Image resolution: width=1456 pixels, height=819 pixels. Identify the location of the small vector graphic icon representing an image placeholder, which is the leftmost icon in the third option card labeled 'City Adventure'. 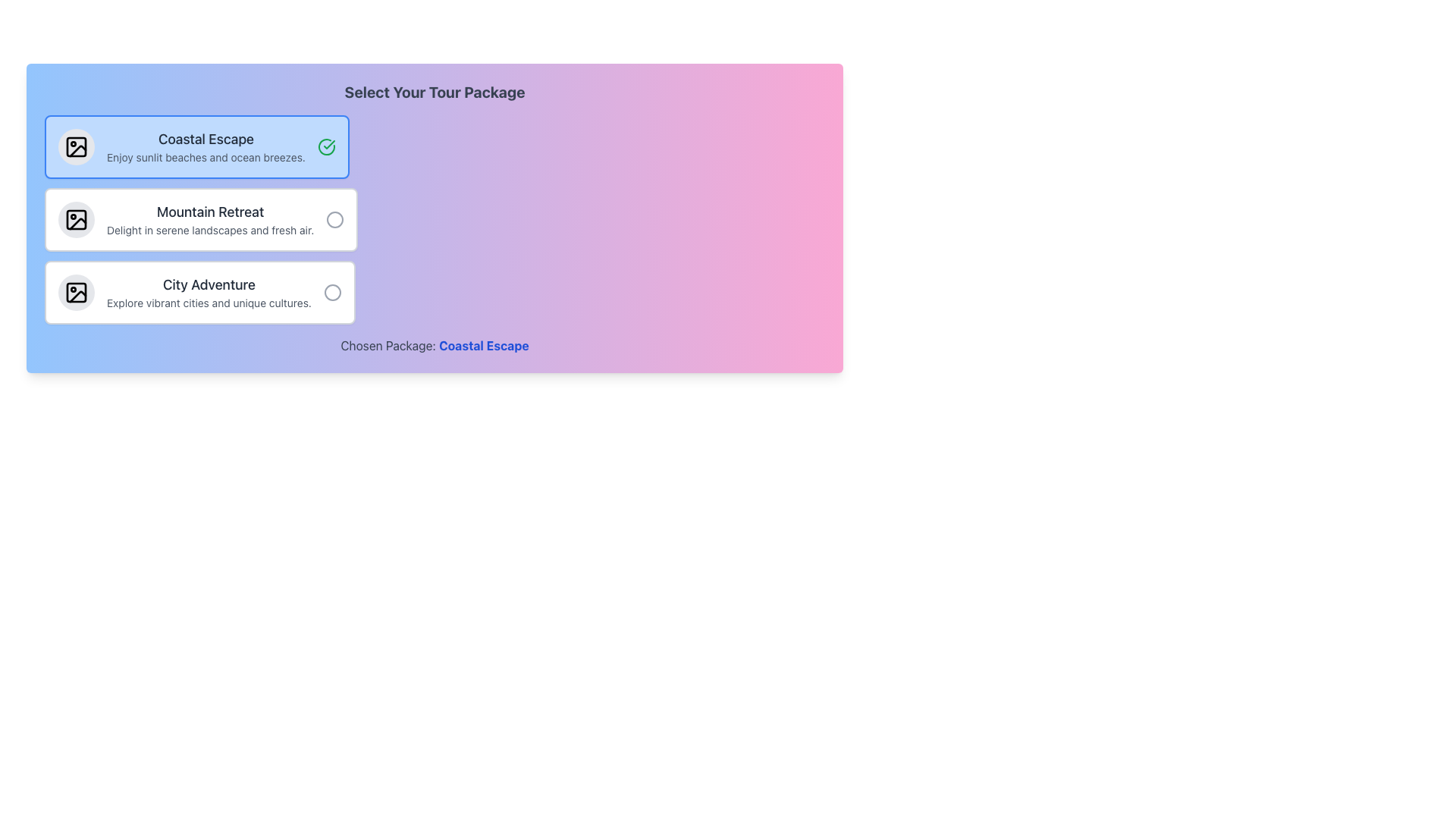
(75, 292).